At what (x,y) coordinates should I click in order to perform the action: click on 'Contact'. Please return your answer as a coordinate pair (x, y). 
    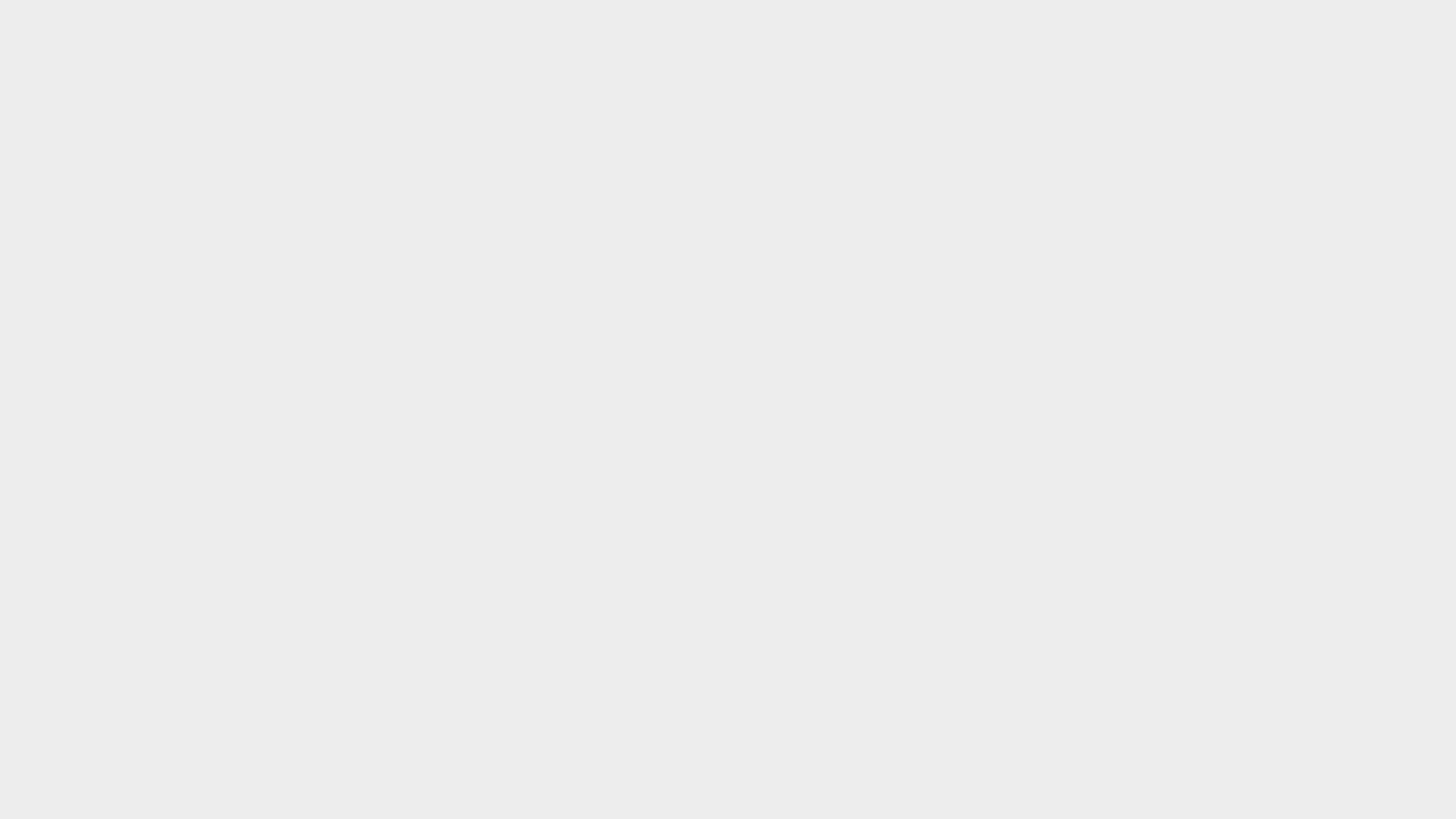
    Looking at the image, I should click on (1092, 93).